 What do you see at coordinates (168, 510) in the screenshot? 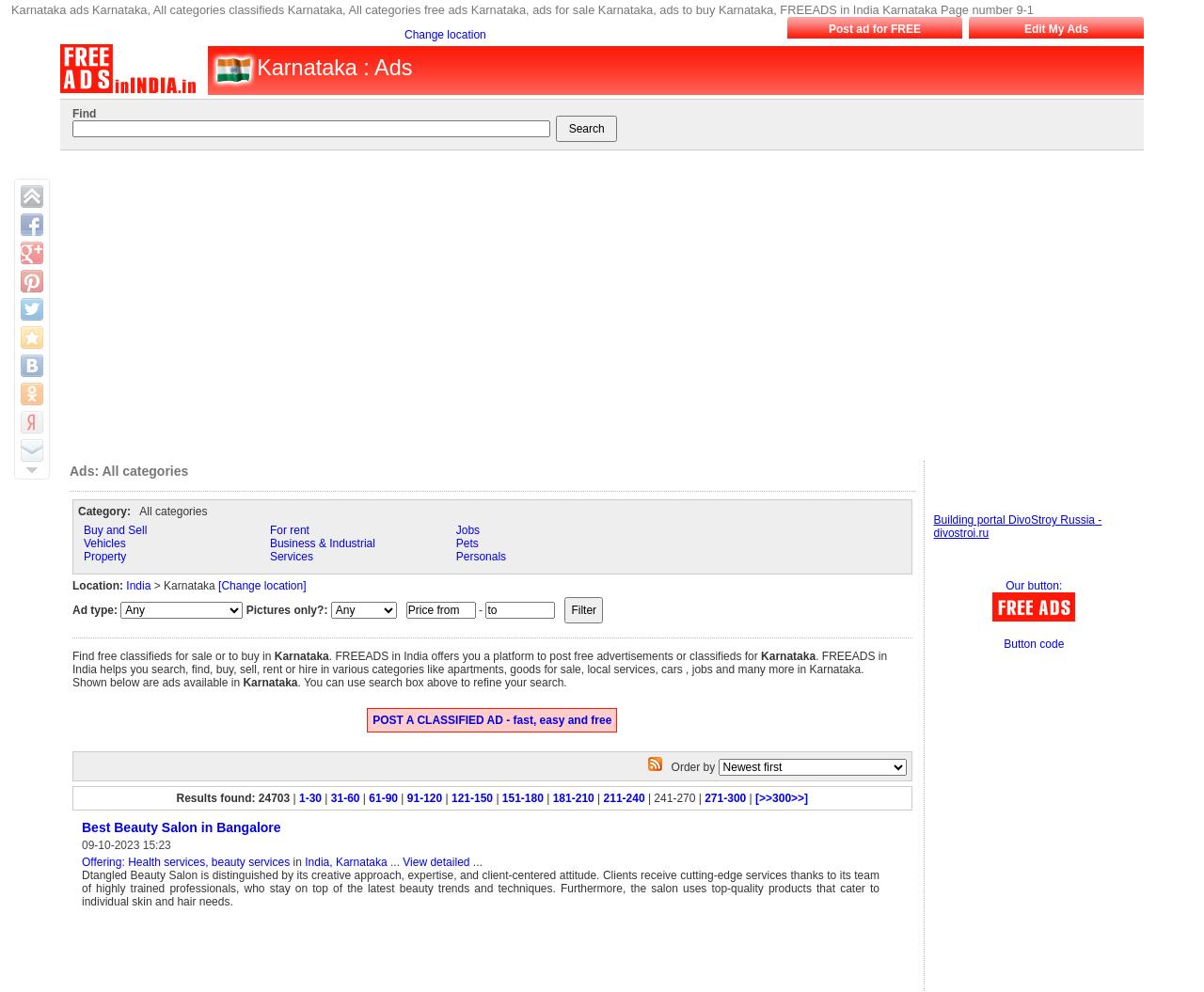
I see `'All categories'` at bounding box center [168, 510].